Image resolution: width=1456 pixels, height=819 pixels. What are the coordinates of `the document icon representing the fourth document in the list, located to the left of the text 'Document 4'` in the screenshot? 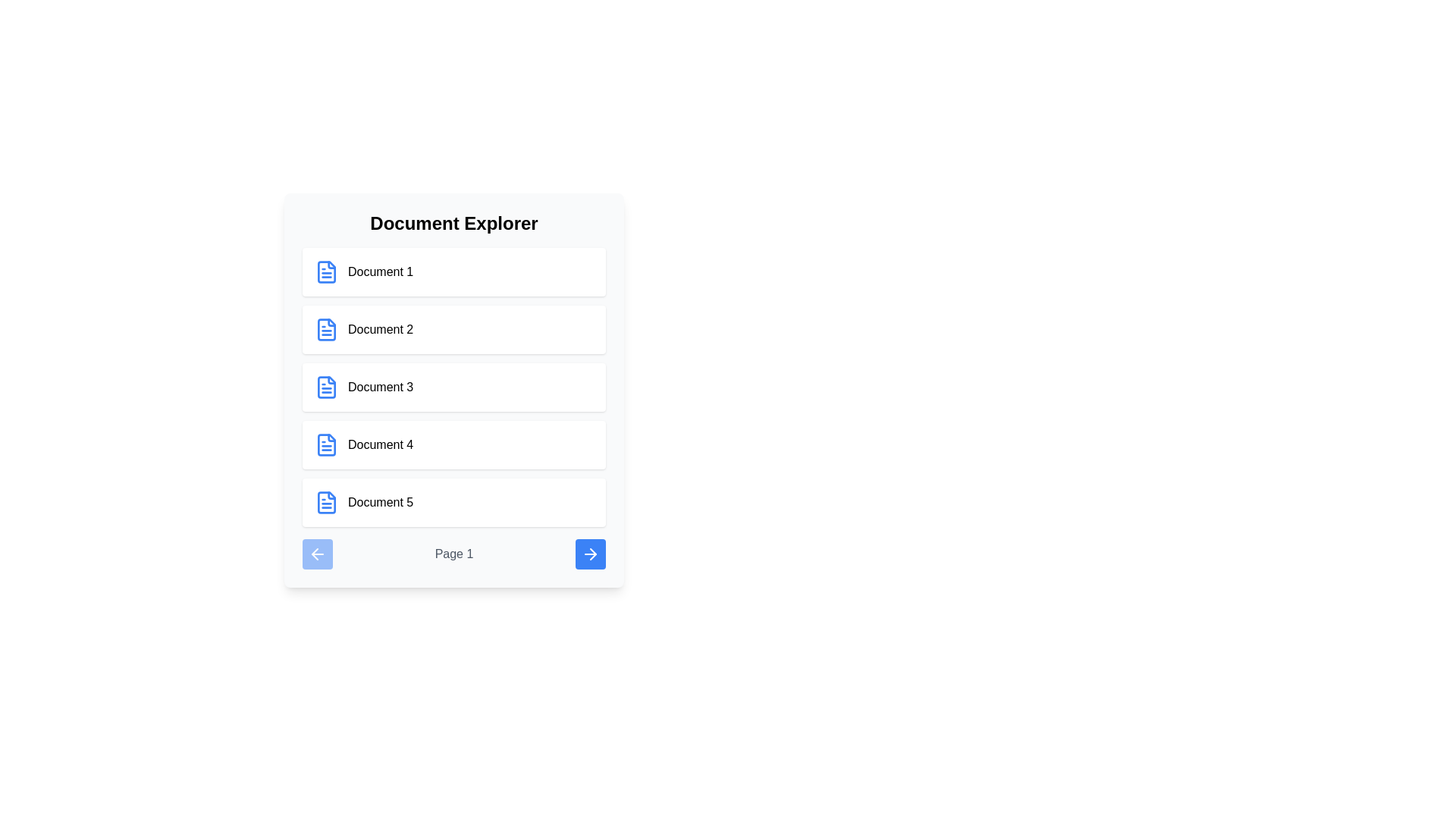 It's located at (326, 444).